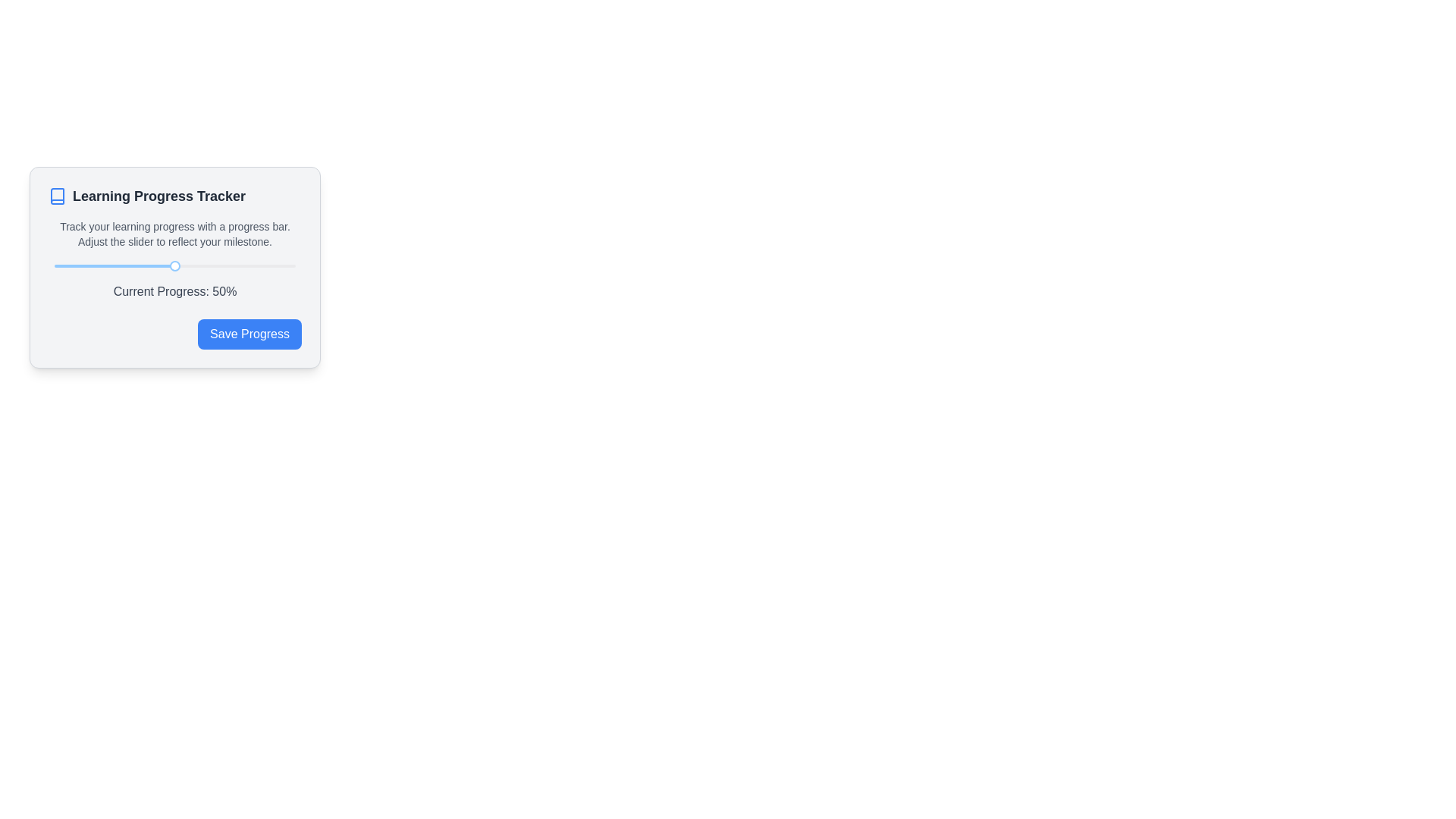  Describe the element at coordinates (174, 259) in the screenshot. I see `the updated percentage value displayed in the progress tracking Composite Element located below the 'Learning Progress Tracker' header and above the 'Save Progress' button` at that location.